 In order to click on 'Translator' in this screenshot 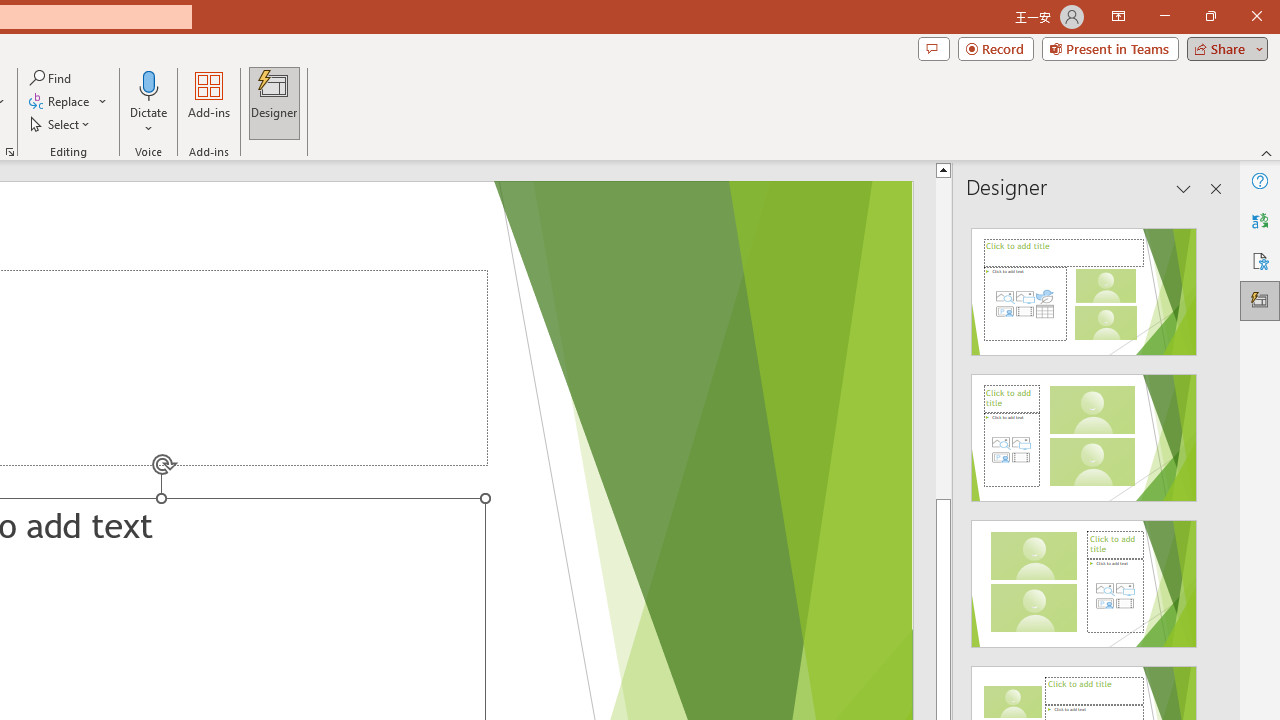, I will do `click(1259, 221)`.